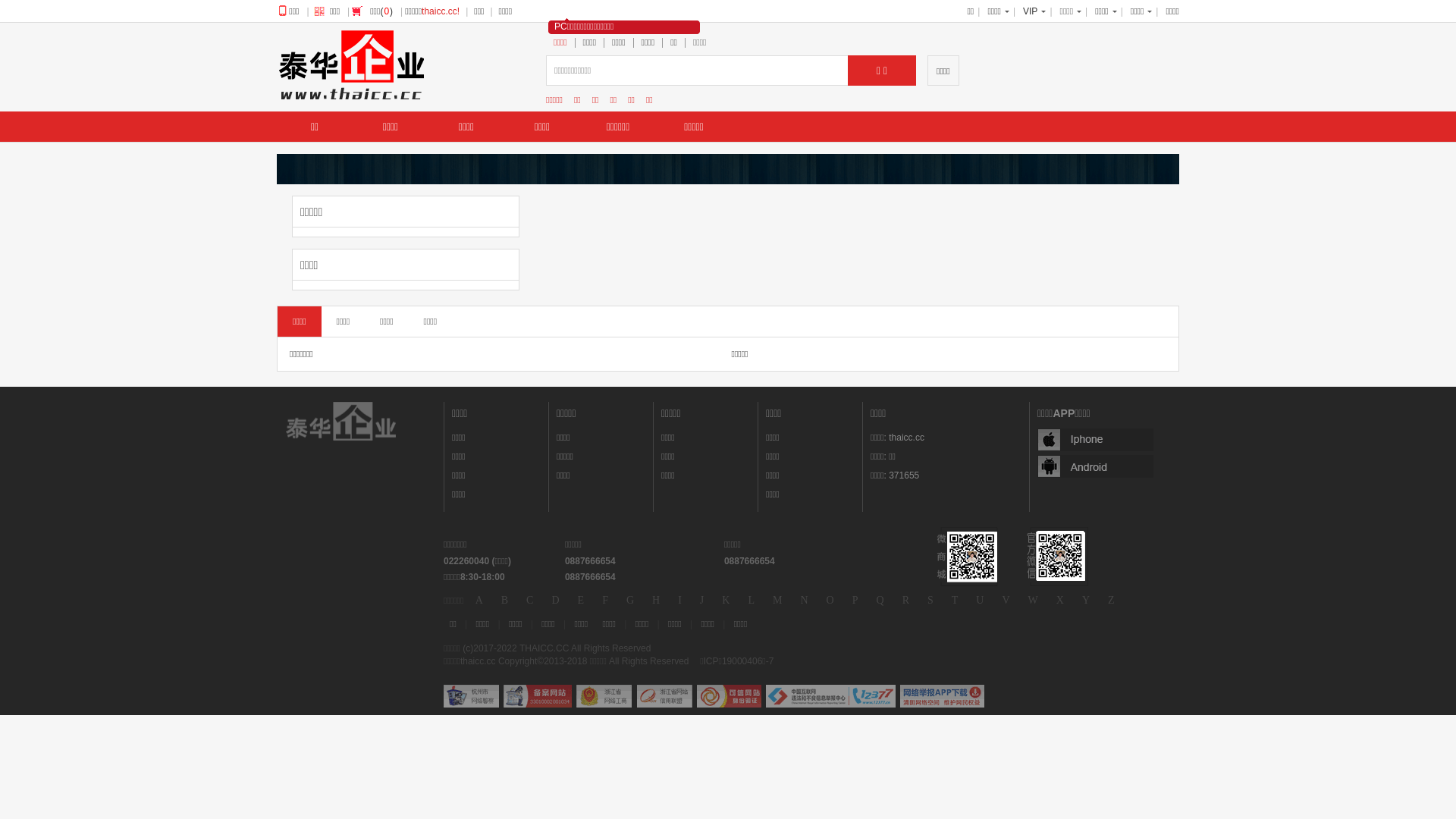 The height and width of the screenshot is (819, 1456). I want to click on 'Y', so click(1084, 599).